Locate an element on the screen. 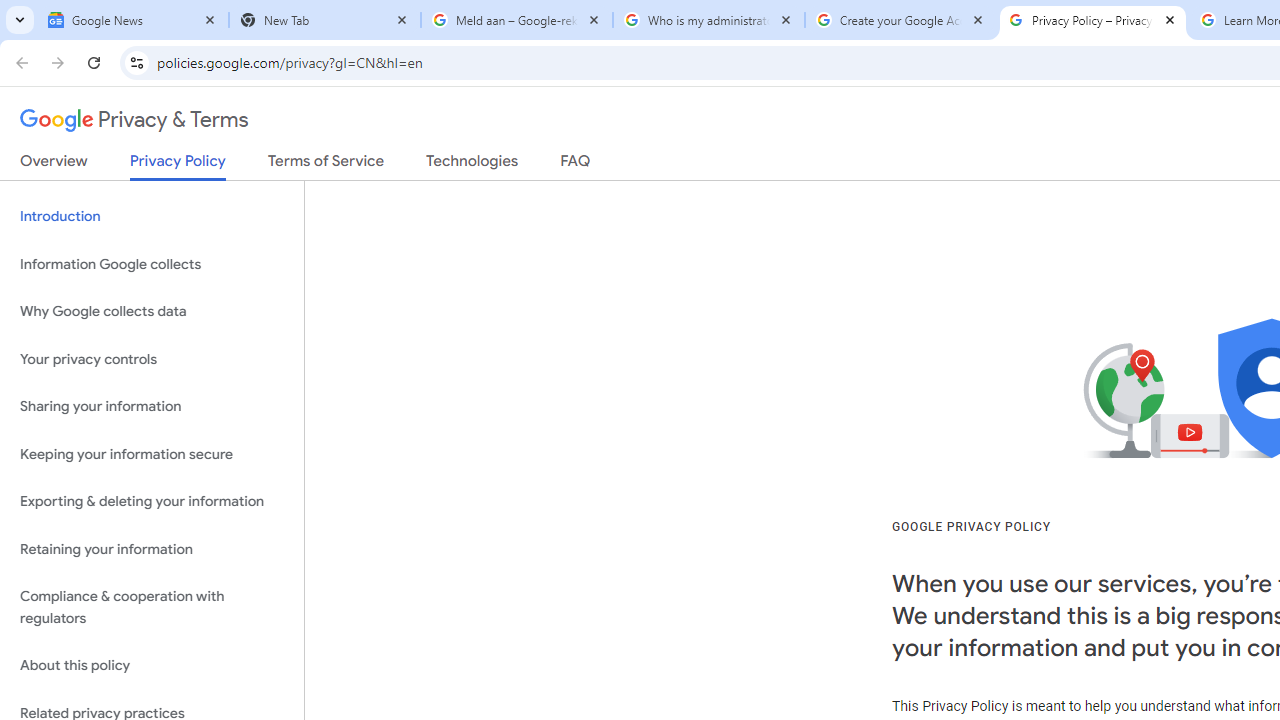  'New Tab' is located at coordinates (325, 20).